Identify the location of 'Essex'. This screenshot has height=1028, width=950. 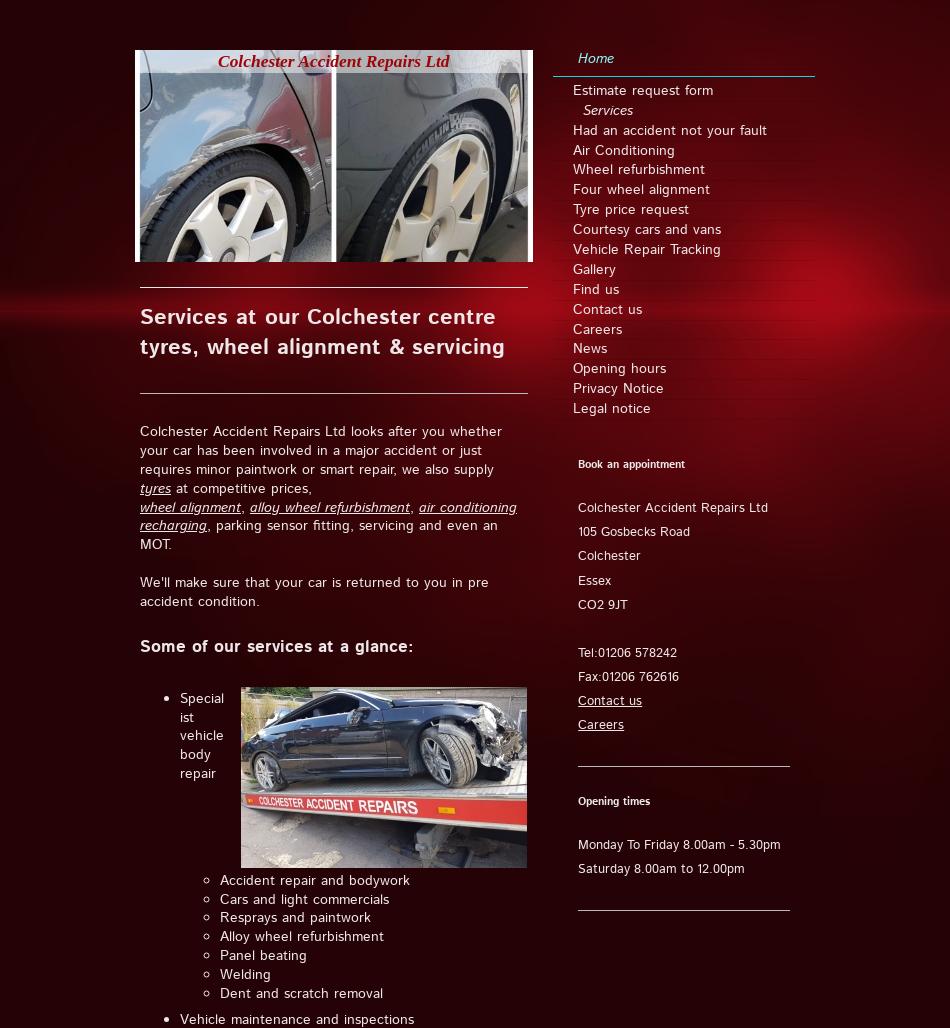
(594, 579).